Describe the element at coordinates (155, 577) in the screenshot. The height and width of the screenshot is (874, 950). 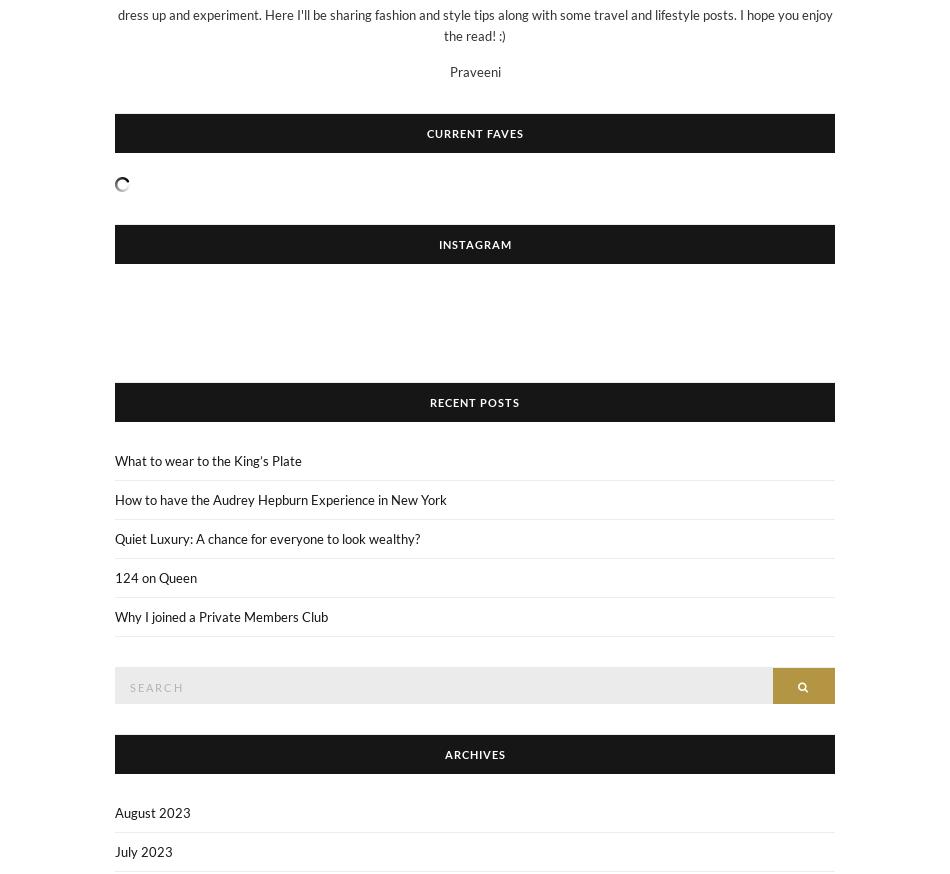
I see `'124 on Queen'` at that location.